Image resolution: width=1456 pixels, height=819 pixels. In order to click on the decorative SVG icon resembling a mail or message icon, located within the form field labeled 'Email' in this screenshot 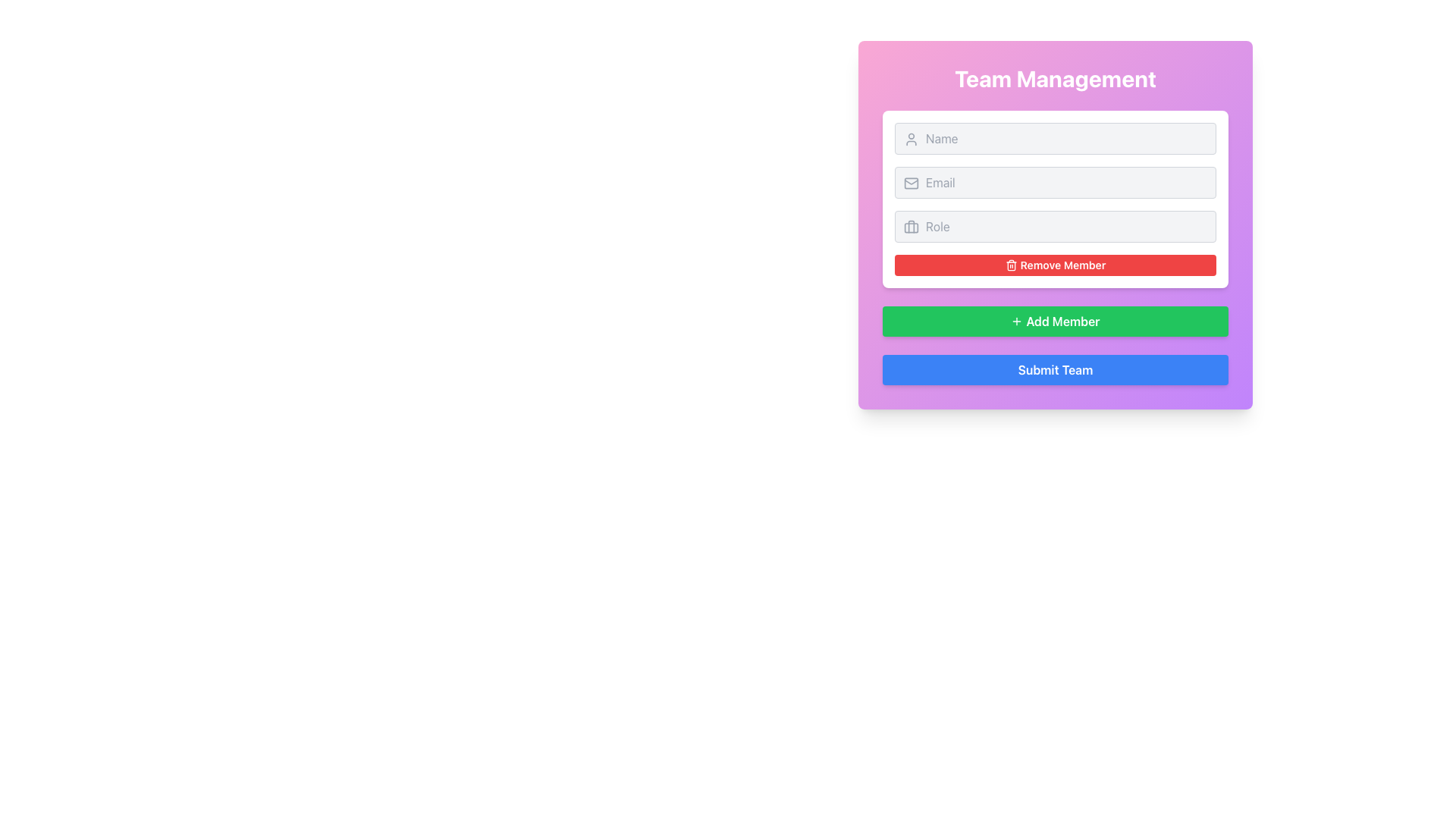, I will do `click(910, 180)`.